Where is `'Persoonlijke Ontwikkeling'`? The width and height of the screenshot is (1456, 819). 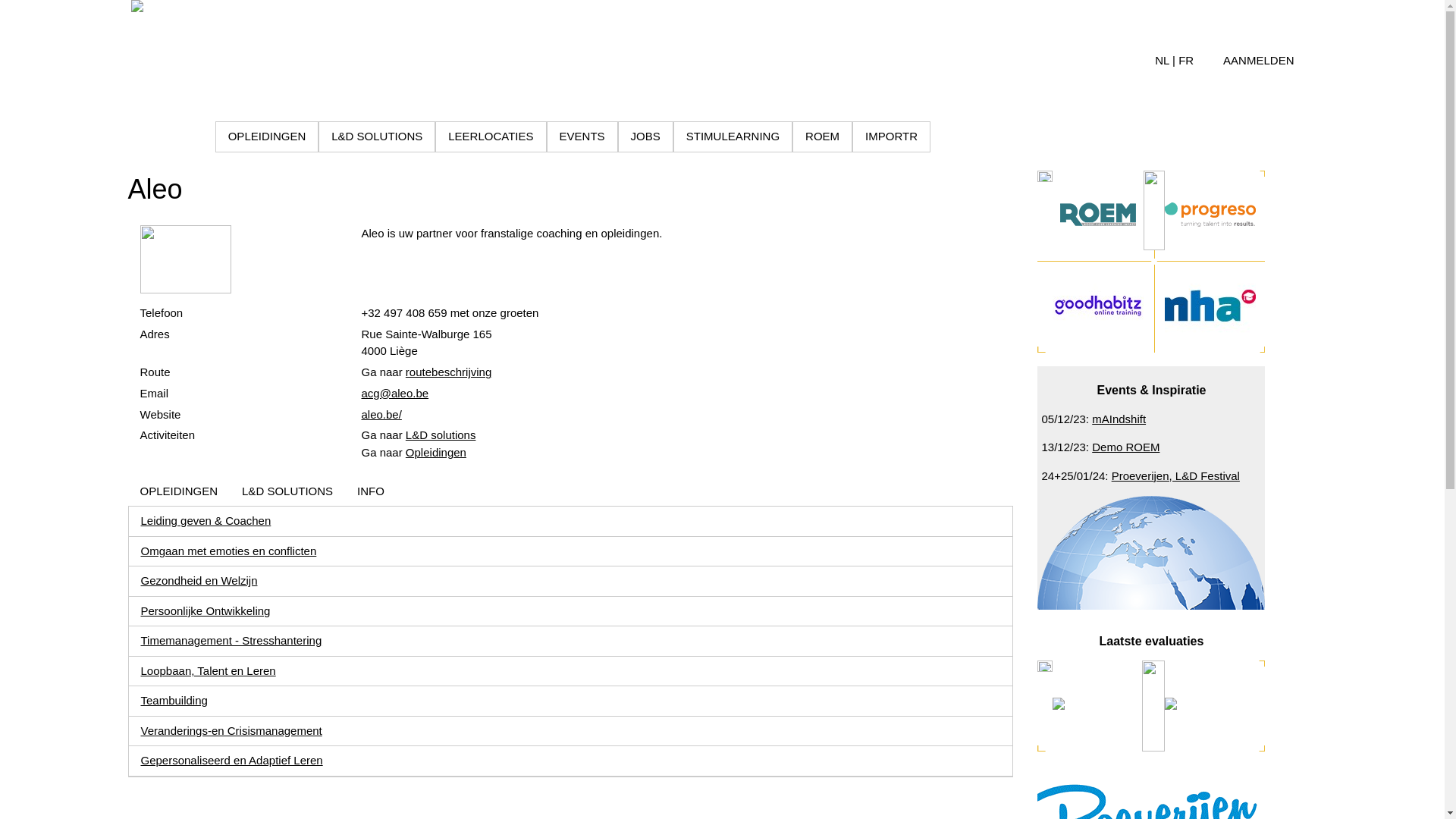 'Persoonlijke Ontwikkeling' is located at coordinates (205, 610).